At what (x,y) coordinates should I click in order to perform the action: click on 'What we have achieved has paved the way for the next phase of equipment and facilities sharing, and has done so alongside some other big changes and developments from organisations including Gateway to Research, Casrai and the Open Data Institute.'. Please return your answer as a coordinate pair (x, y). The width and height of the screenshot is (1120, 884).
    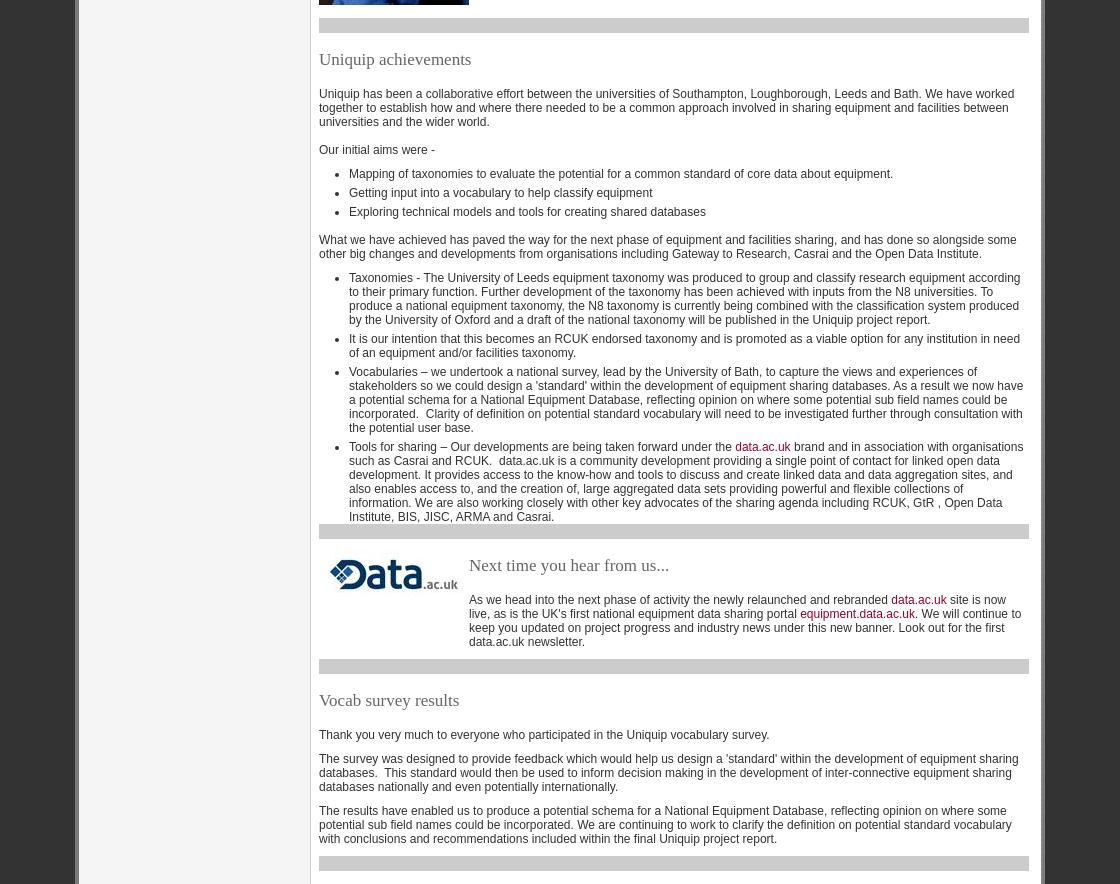
    Looking at the image, I should click on (667, 246).